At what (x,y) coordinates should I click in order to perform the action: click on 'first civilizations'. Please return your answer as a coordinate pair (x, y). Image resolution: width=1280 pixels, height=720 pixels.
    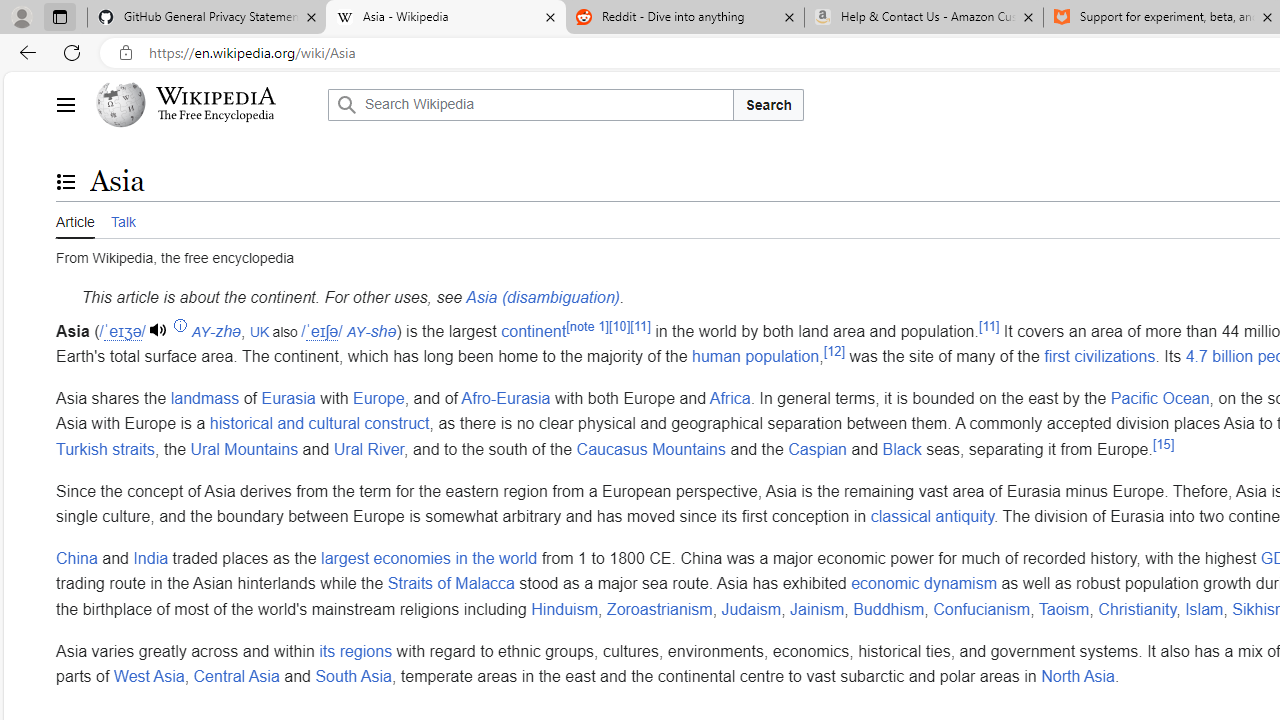
    Looking at the image, I should click on (1099, 355).